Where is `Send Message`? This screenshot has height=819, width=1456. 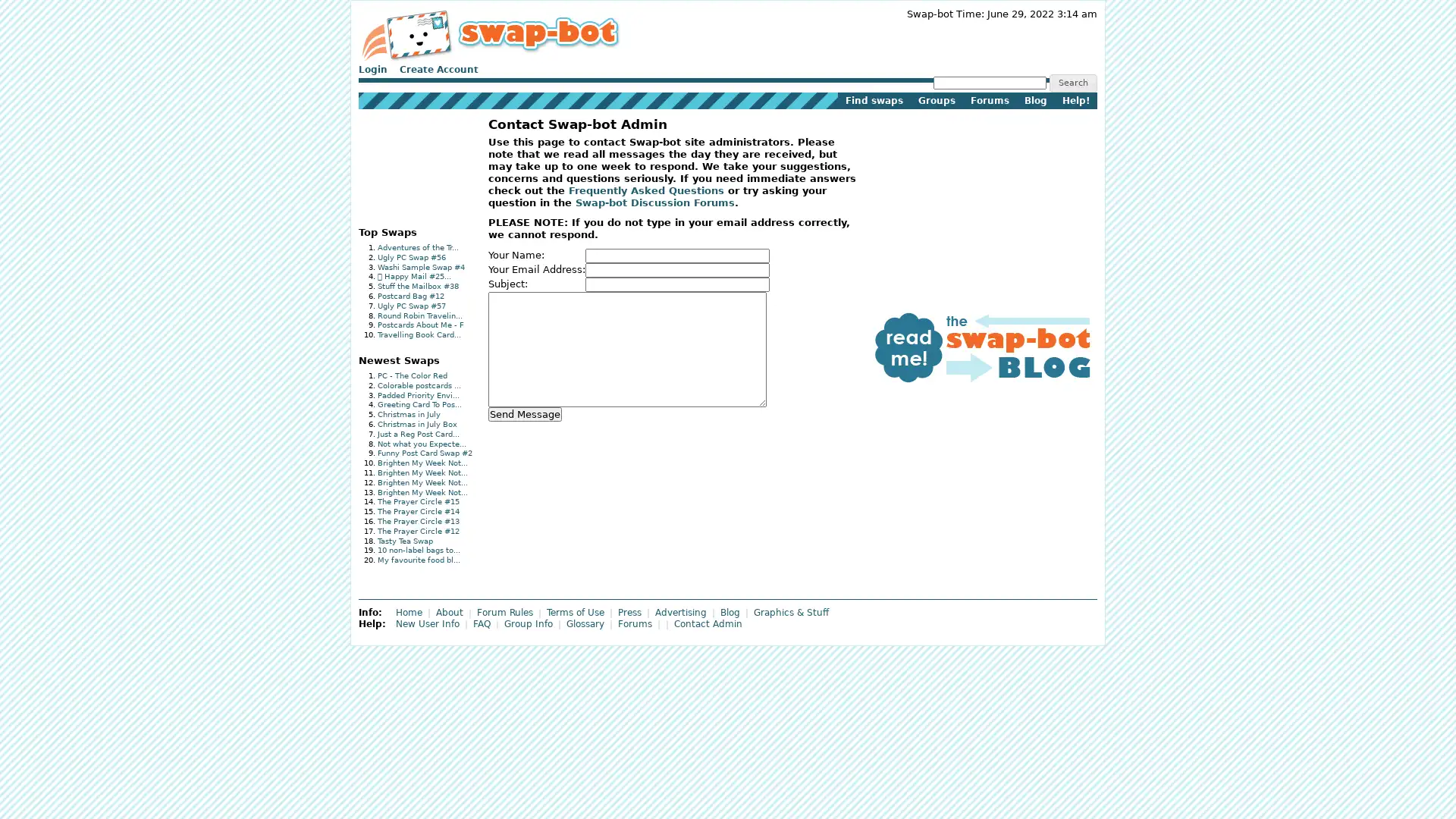 Send Message is located at coordinates (524, 413).